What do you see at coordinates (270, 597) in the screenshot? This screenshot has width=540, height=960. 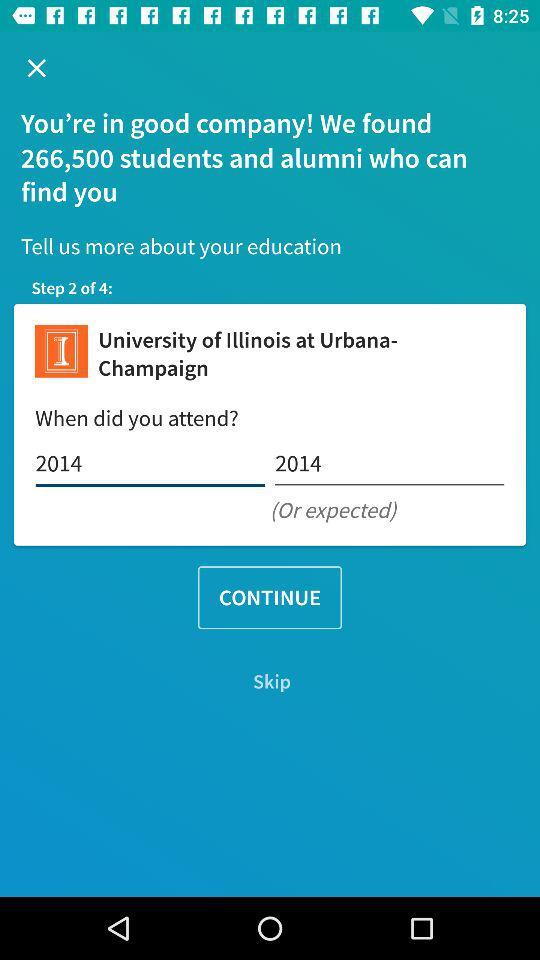 I see `the continue icon` at bounding box center [270, 597].